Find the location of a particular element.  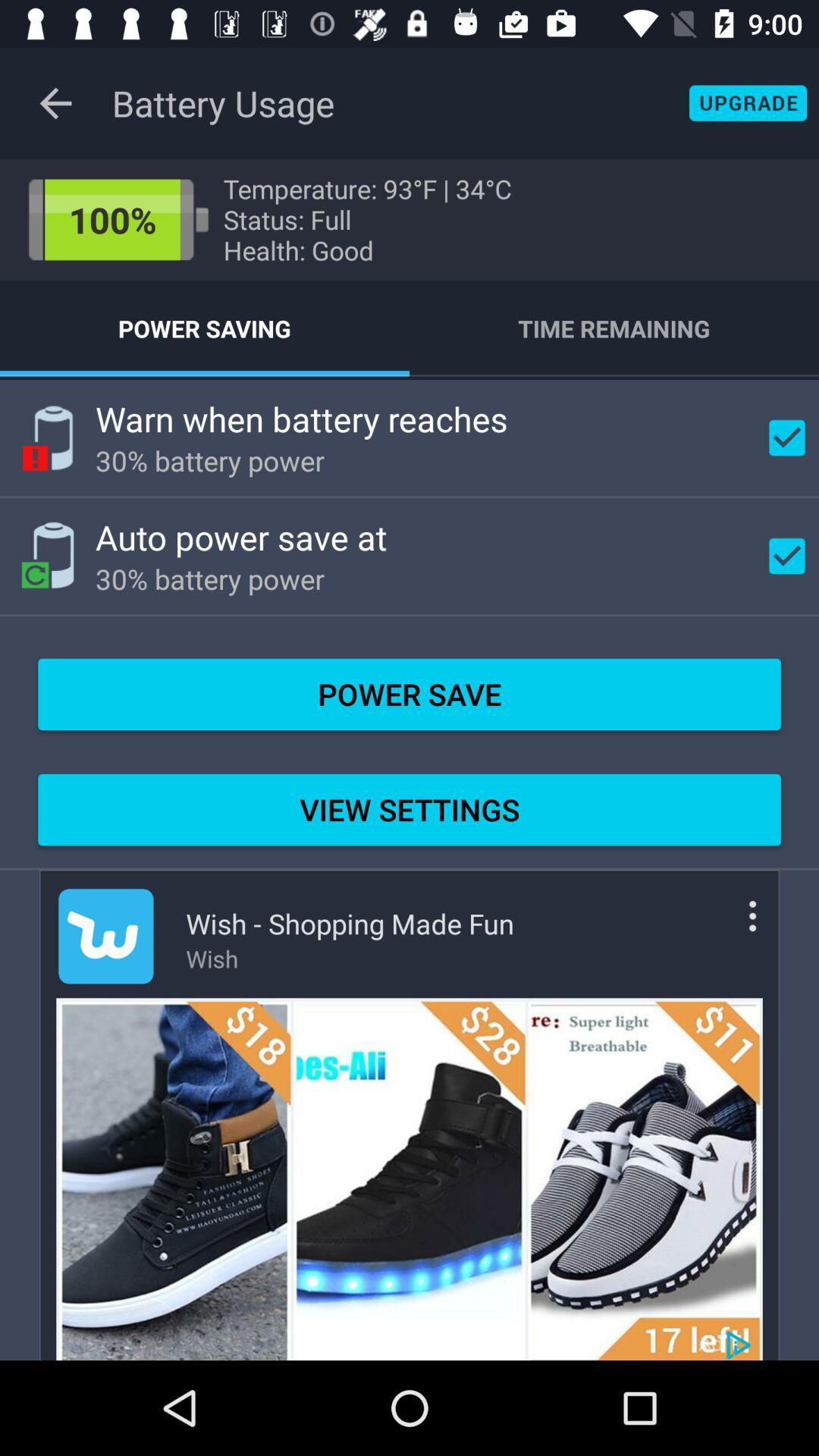

advert logo icon is located at coordinates (105, 935).